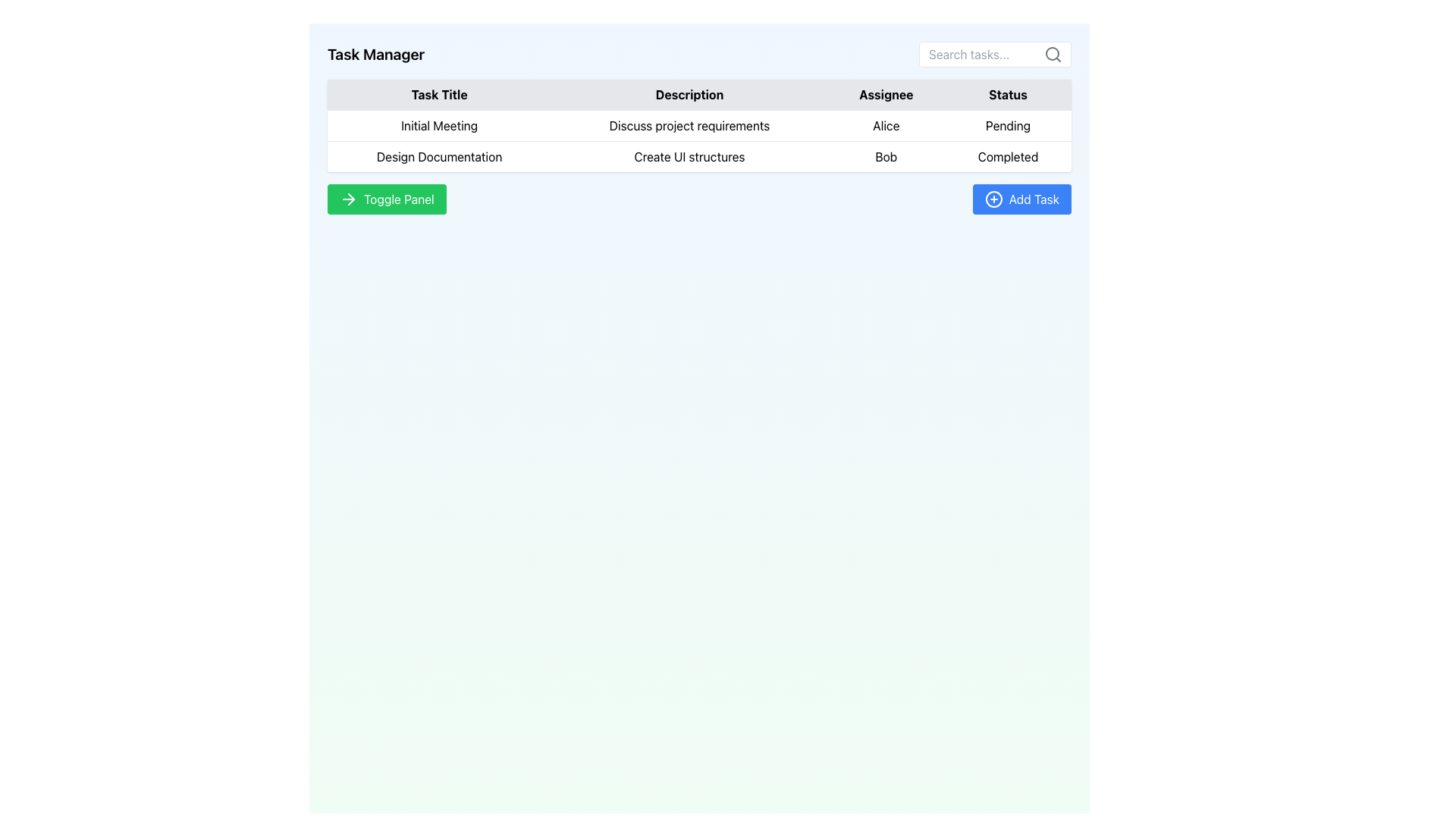  I want to click on the first row of the task management table, so click(698, 124).